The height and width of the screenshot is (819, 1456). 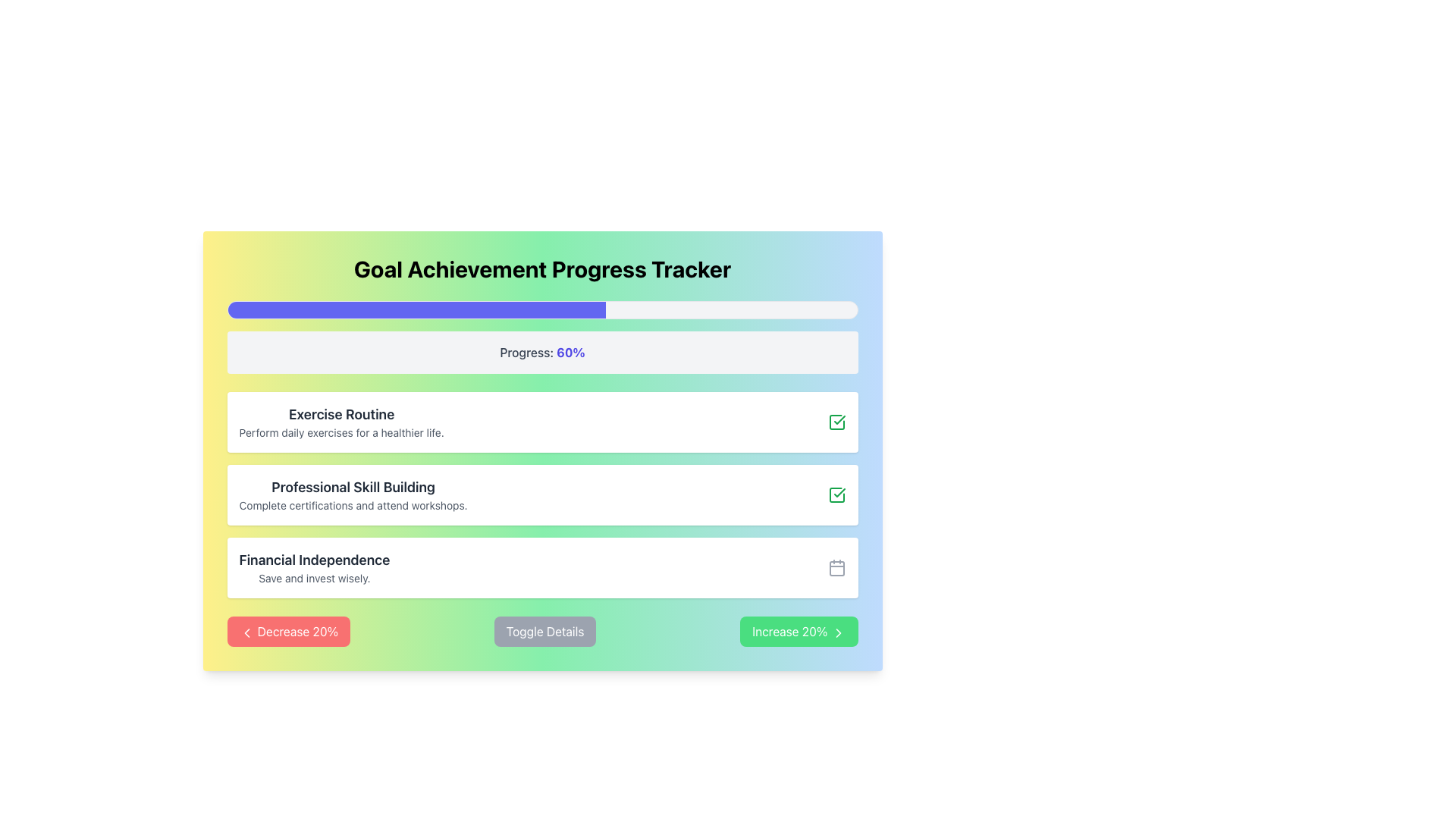 I want to click on the leftmost button with a red background and white text that reads 'Decrease 20%' to decrease the progress by 20%, so click(x=288, y=632).